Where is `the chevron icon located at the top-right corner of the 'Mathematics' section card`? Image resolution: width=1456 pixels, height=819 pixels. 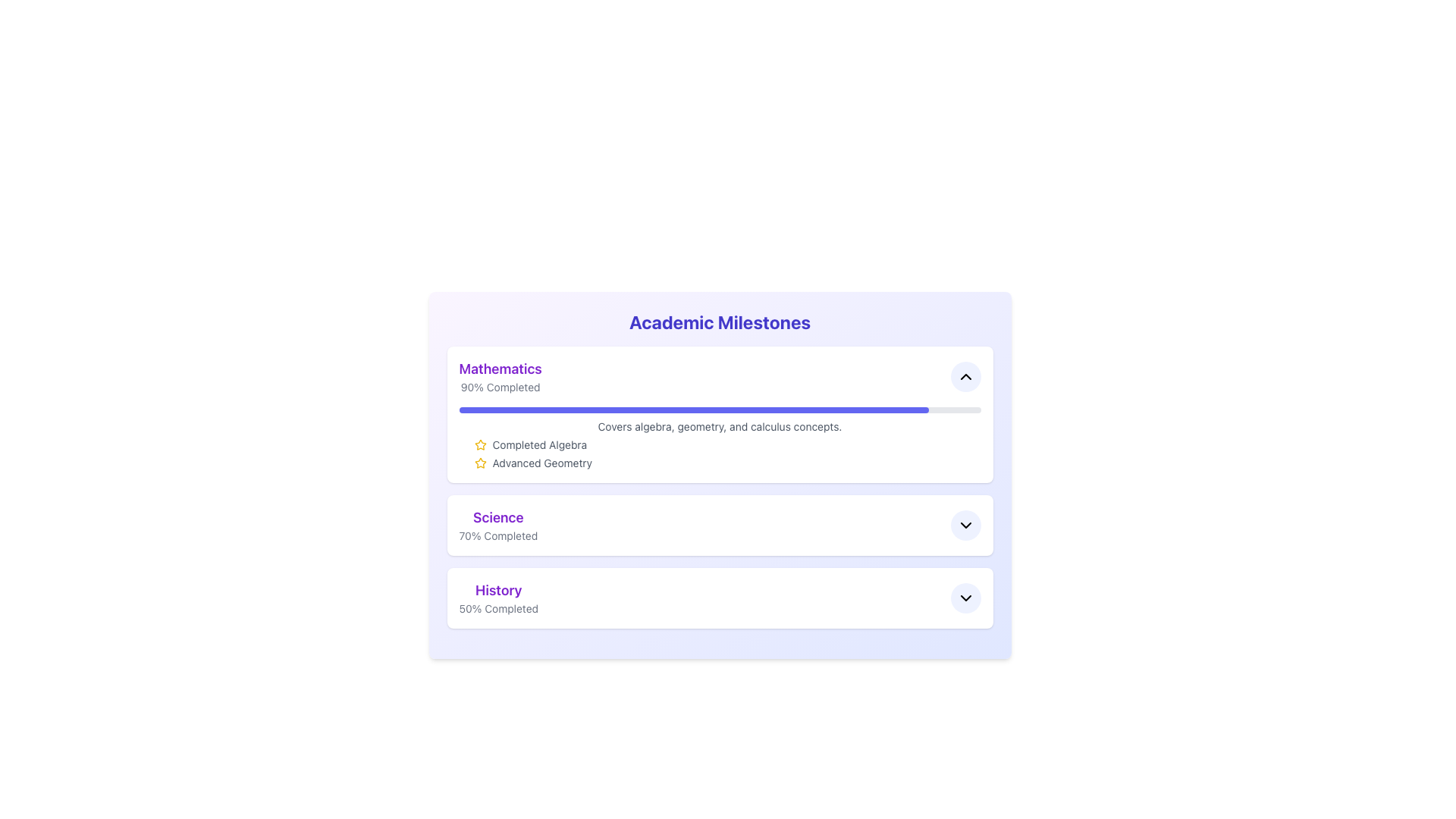 the chevron icon located at the top-right corner of the 'Mathematics' section card is located at coordinates (965, 376).